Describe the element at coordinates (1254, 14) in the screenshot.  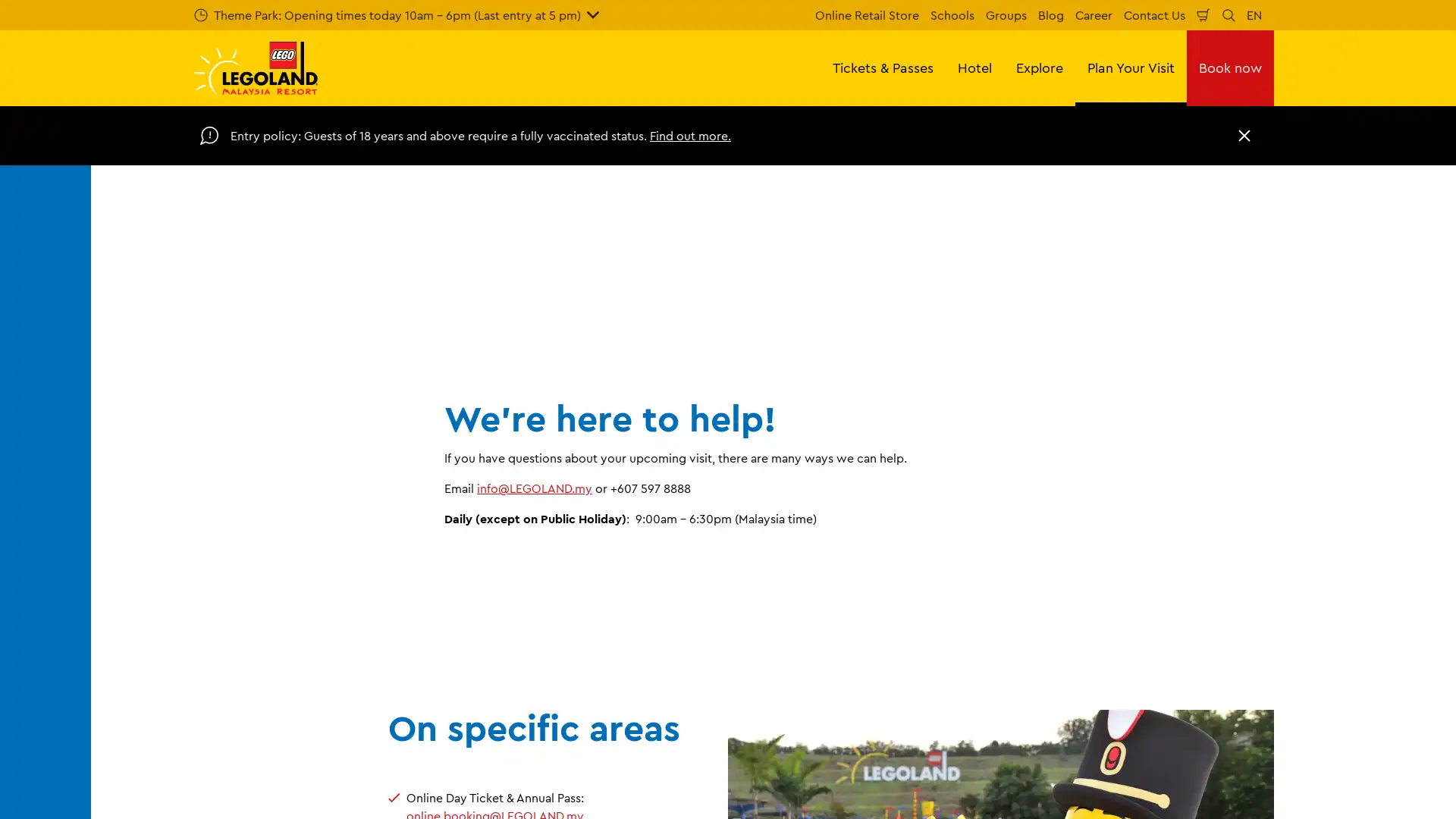
I see `EN Languages` at that location.